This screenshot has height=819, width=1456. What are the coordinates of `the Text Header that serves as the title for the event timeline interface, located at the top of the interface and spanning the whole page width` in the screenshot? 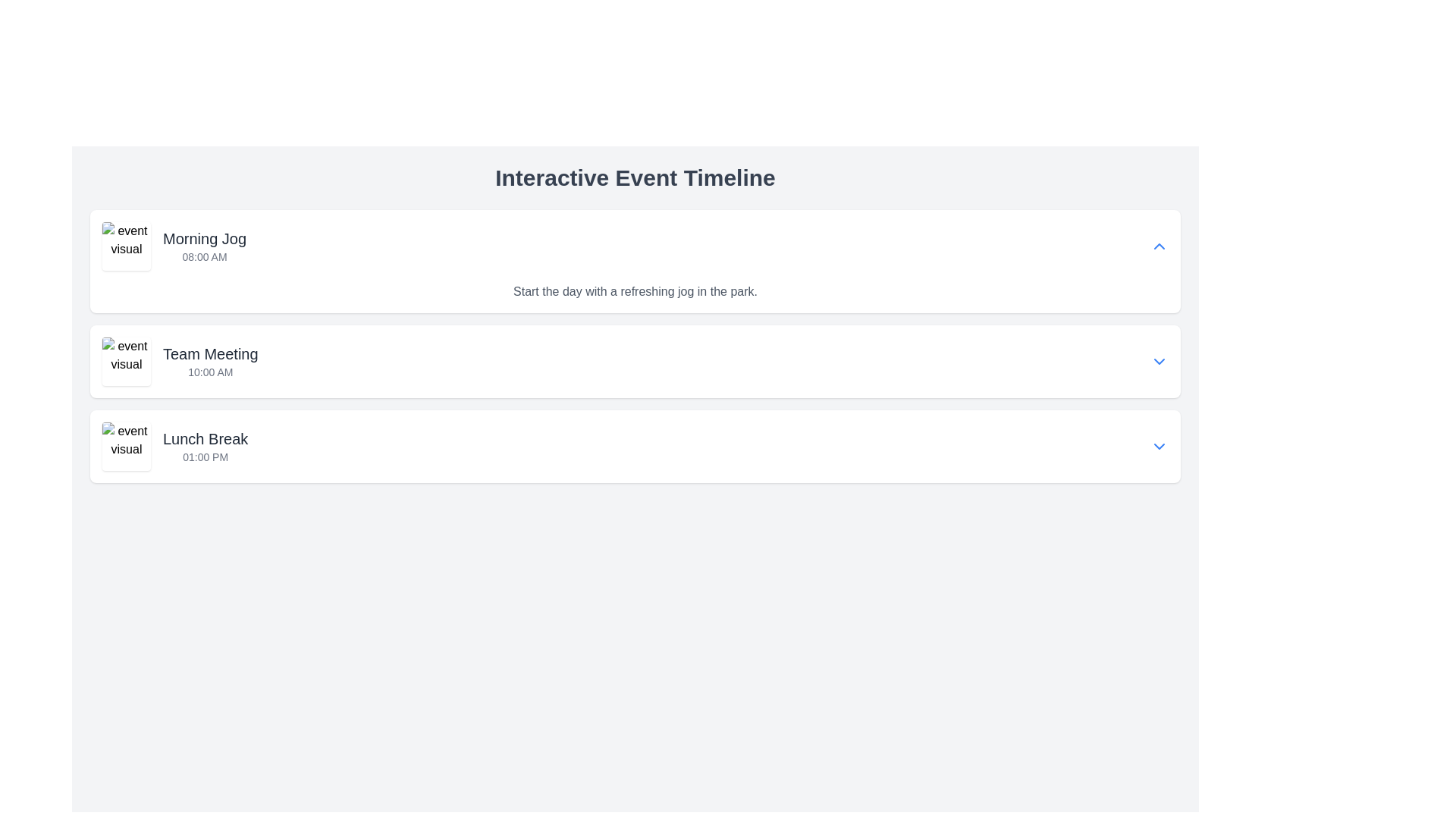 It's located at (635, 177).